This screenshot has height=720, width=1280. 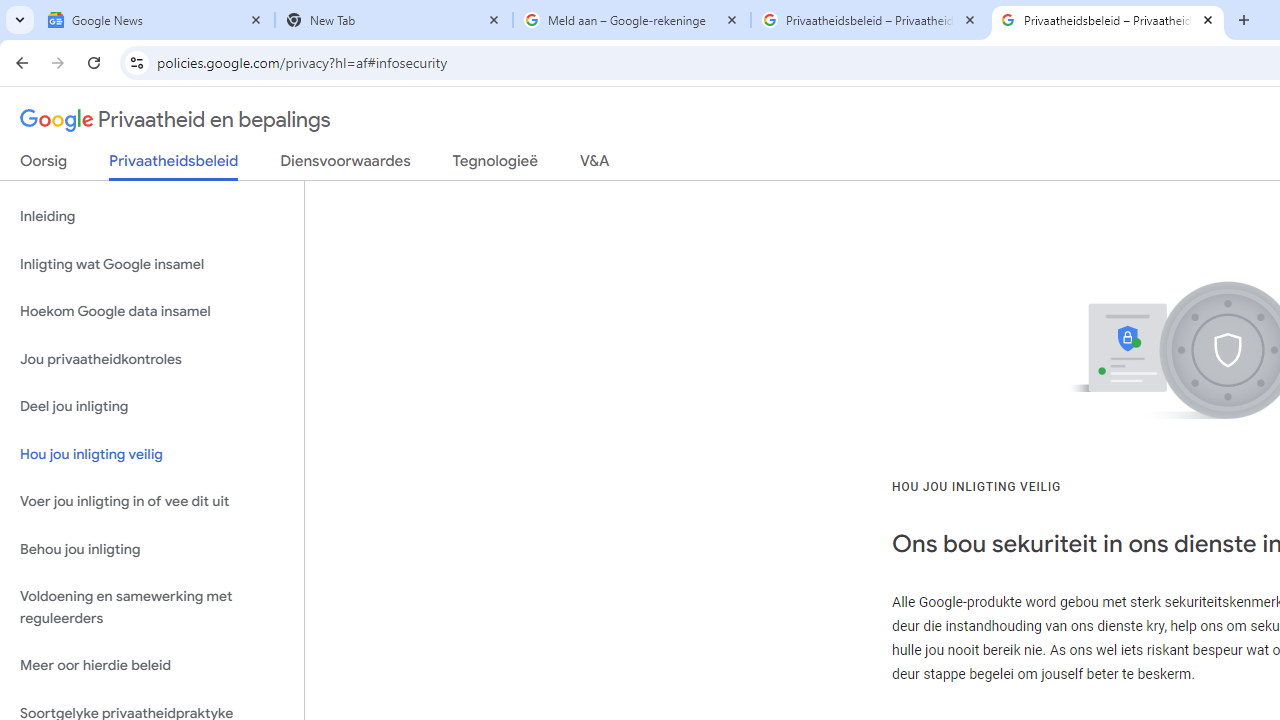 What do you see at coordinates (151, 263) in the screenshot?
I see `'Inligting wat Google insamel'` at bounding box center [151, 263].